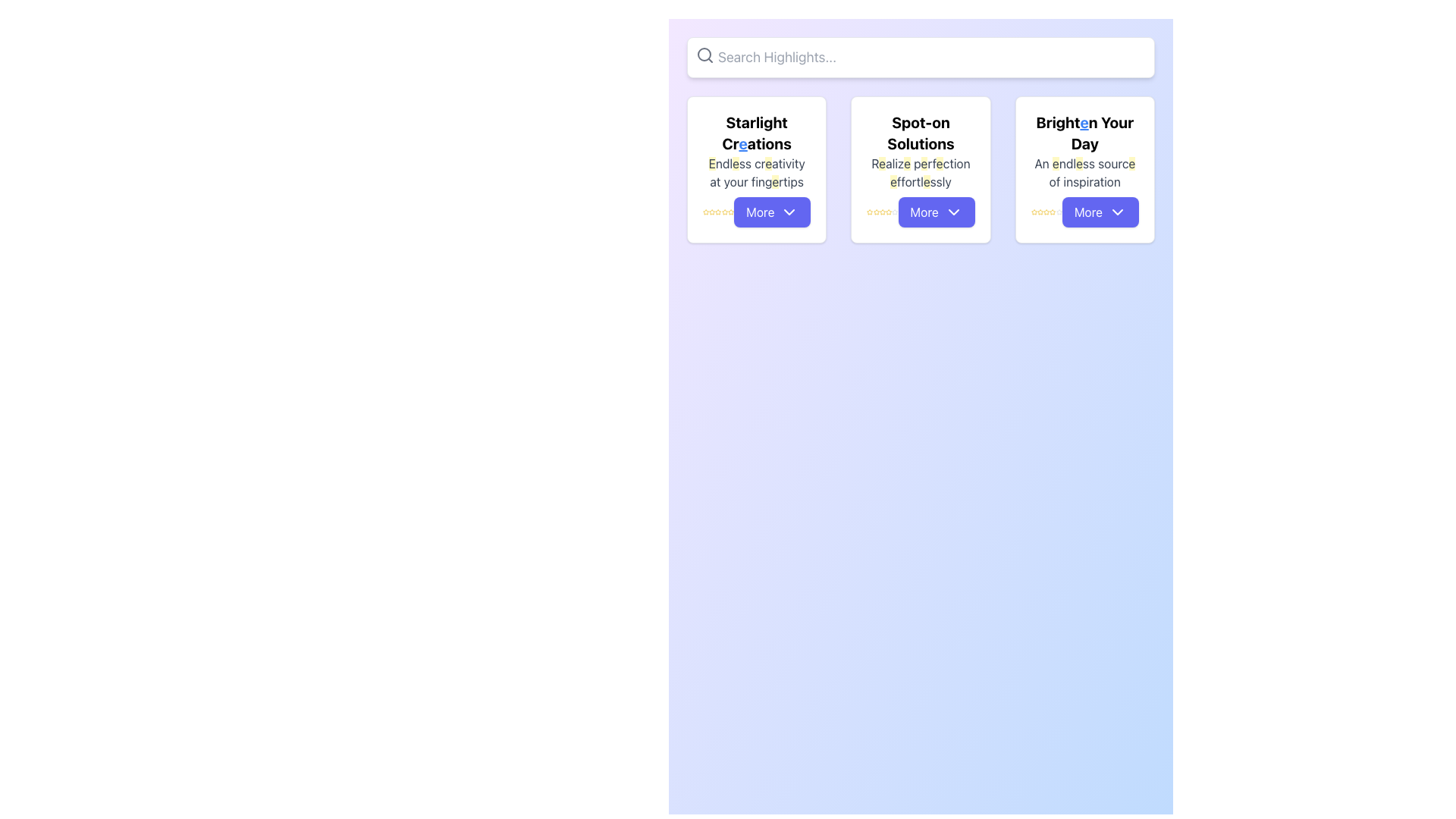 This screenshot has height=819, width=1456. I want to click on the text 'ations', which is styled in bold and part of the title 'Starlight Creations' located in the top left of the interface, so click(769, 143).